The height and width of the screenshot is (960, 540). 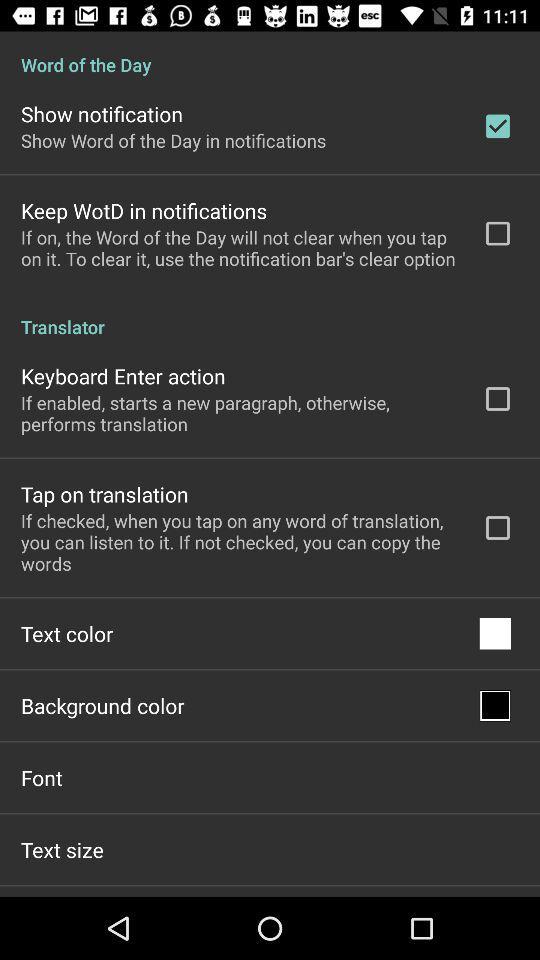 I want to click on the background color app, so click(x=102, y=705).